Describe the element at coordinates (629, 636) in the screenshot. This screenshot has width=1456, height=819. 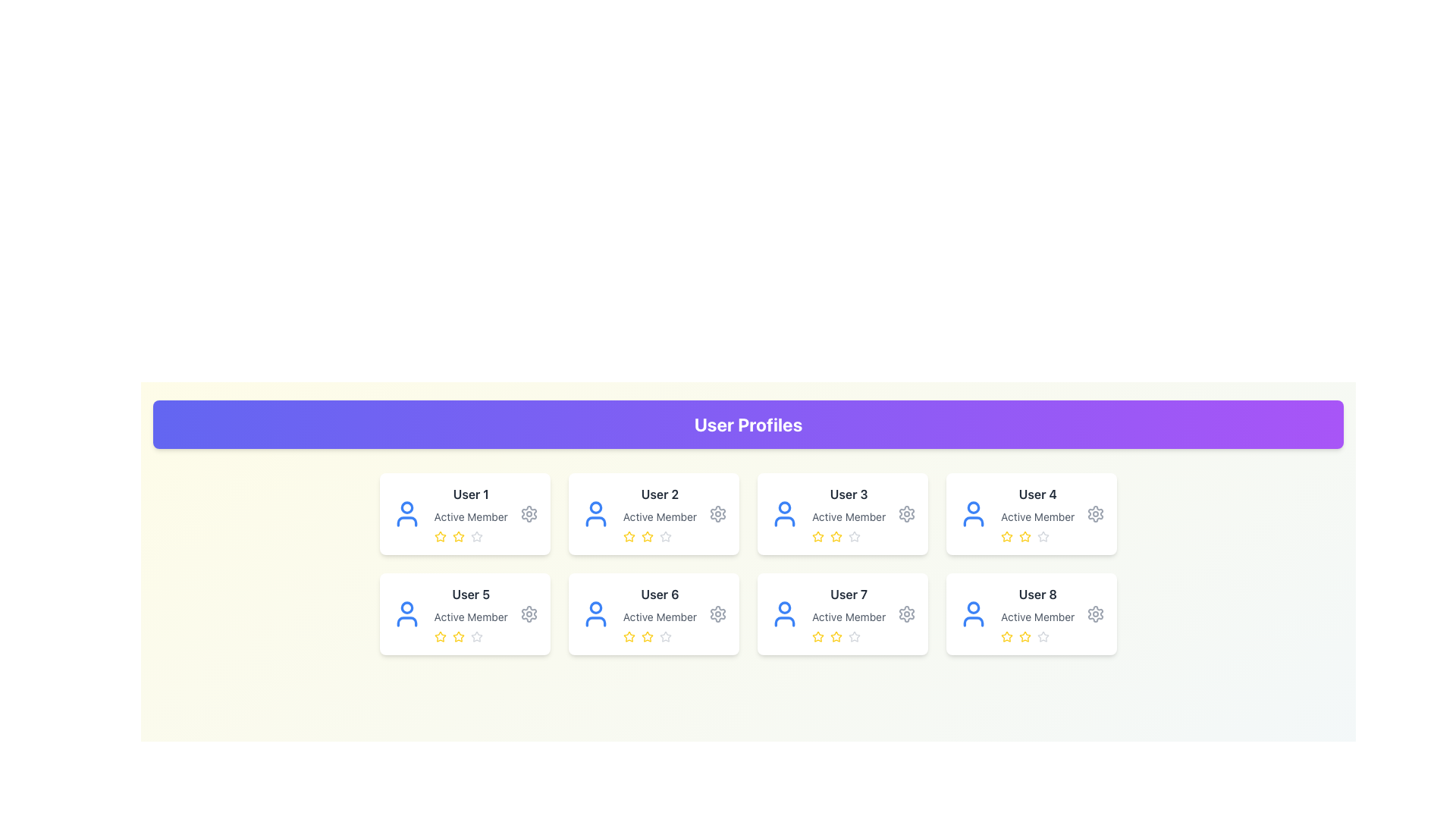
I see `the third yellow star icon in the rating row of the user card titled 'User 6'` at that location.